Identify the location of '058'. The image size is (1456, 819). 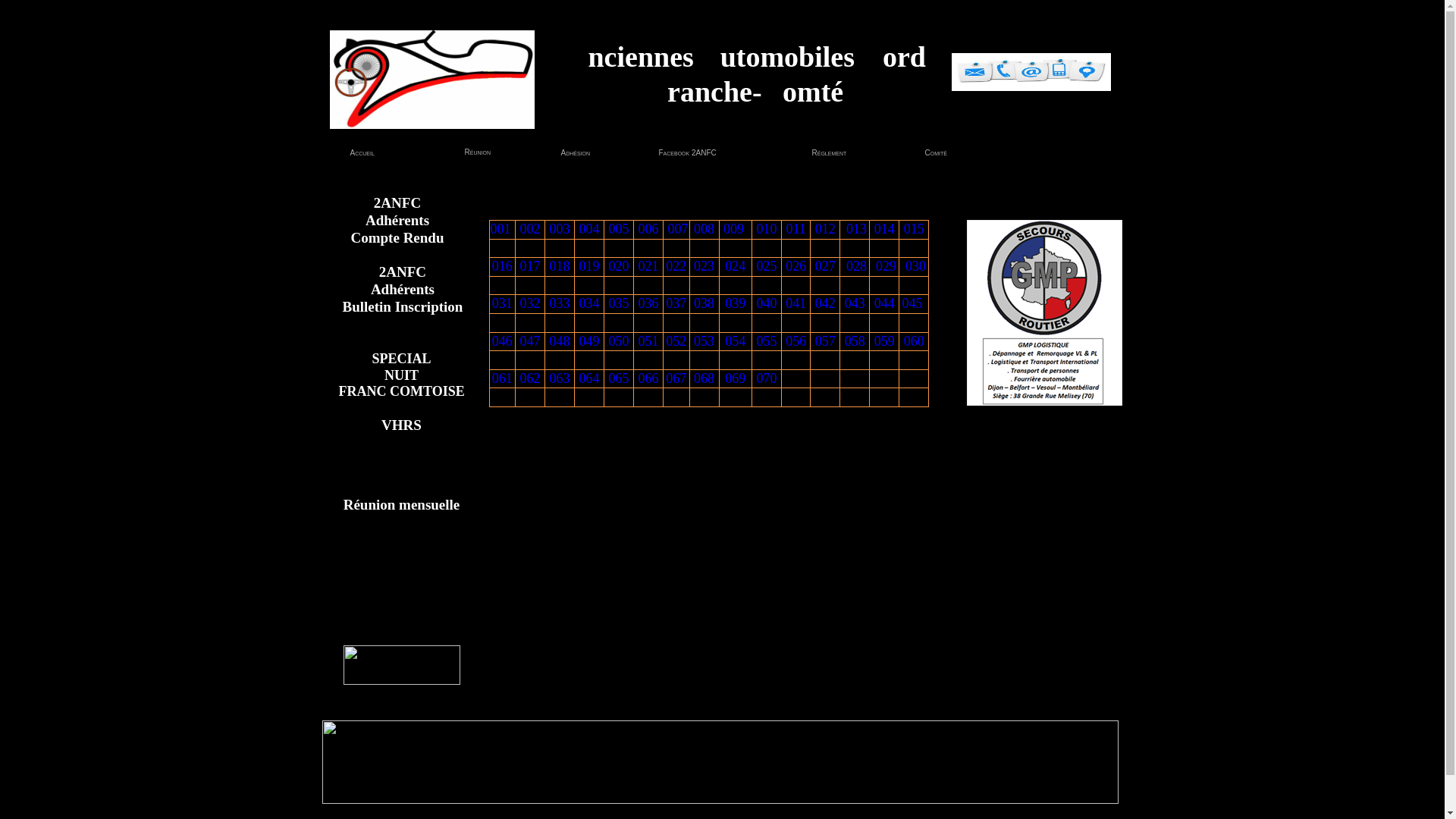
(843, 341).